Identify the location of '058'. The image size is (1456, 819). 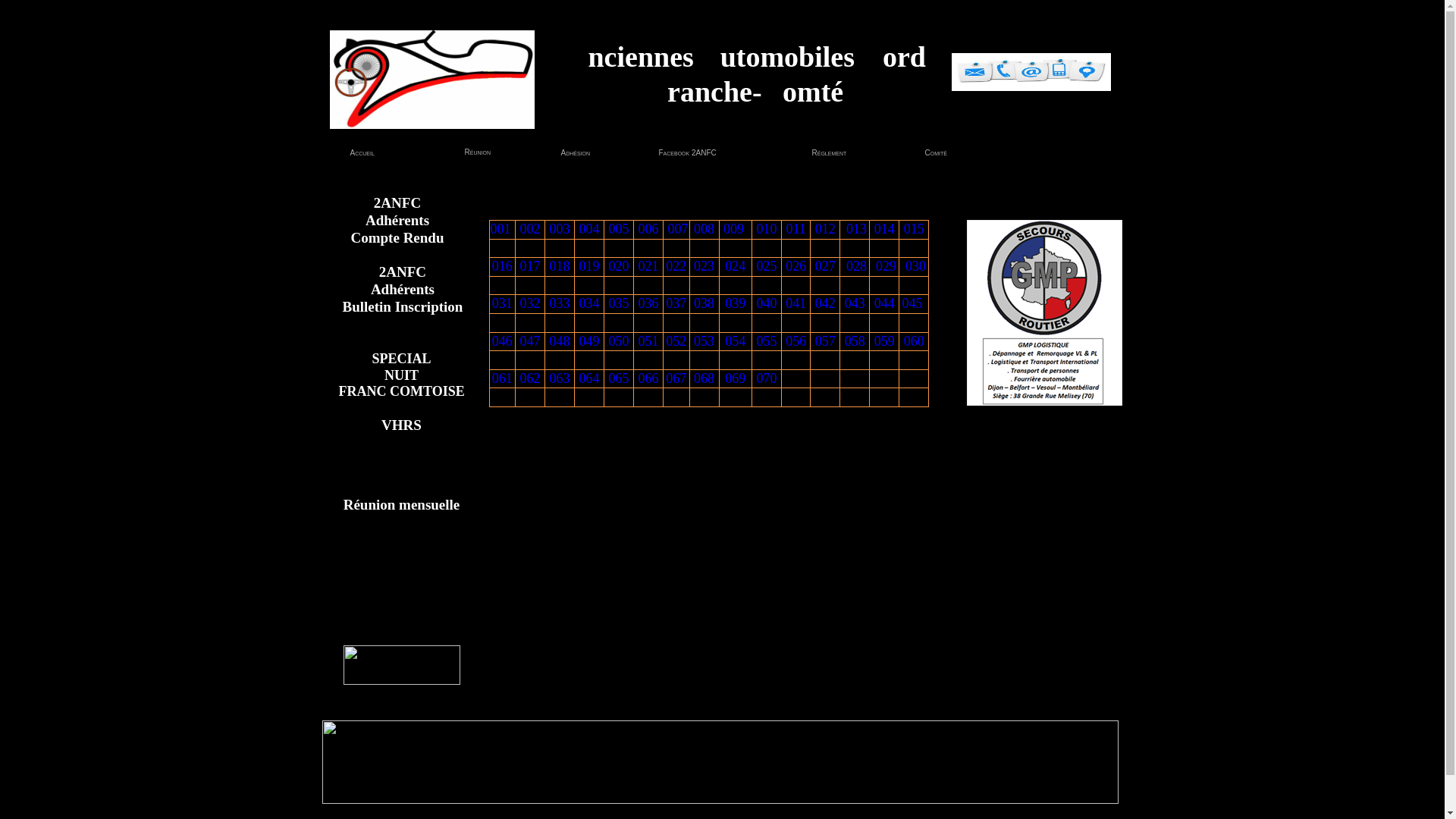
(843, 341).